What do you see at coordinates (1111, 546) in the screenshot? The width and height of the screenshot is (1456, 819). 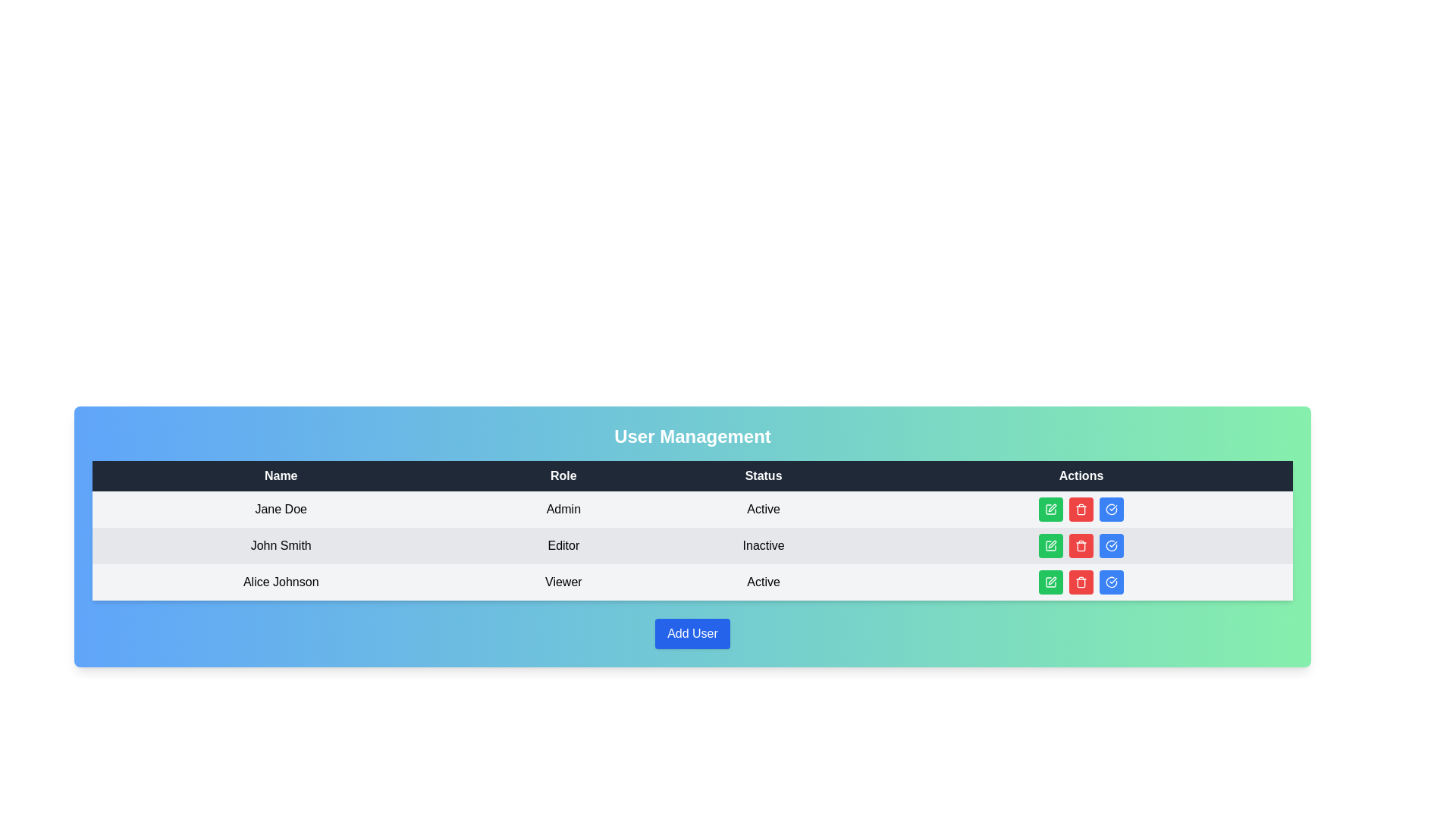 I see `the blue button with rounded corners and a circular checkmark icon, which is the third action button in the 'Actions' column of the table` at bounding box center [1111, 546].